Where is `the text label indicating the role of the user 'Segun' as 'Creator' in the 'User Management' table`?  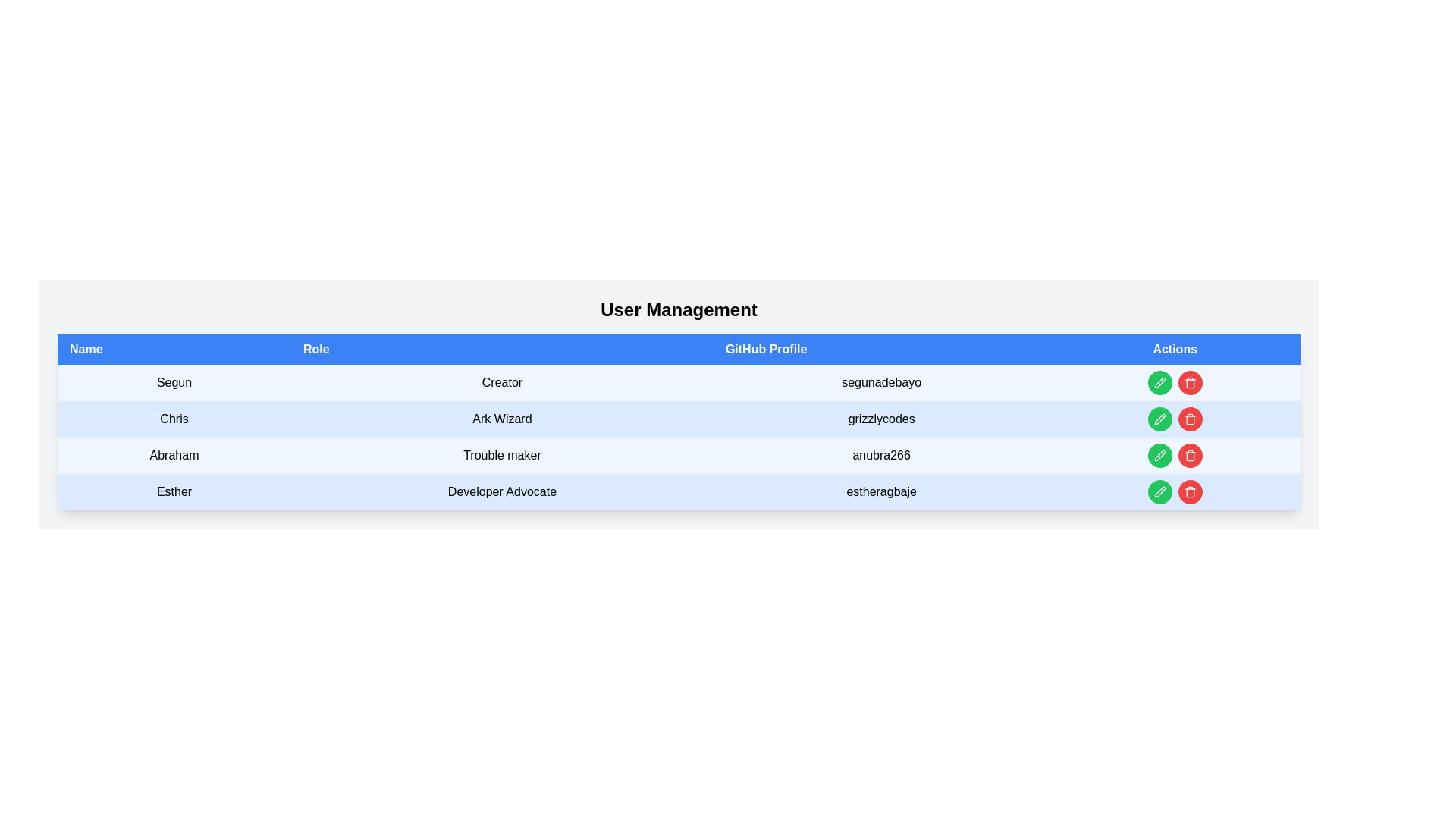 the text label indicating the role of the user 'Segun' as 'Creator' in the 'User Management' table is located at coordinates (502, 382).